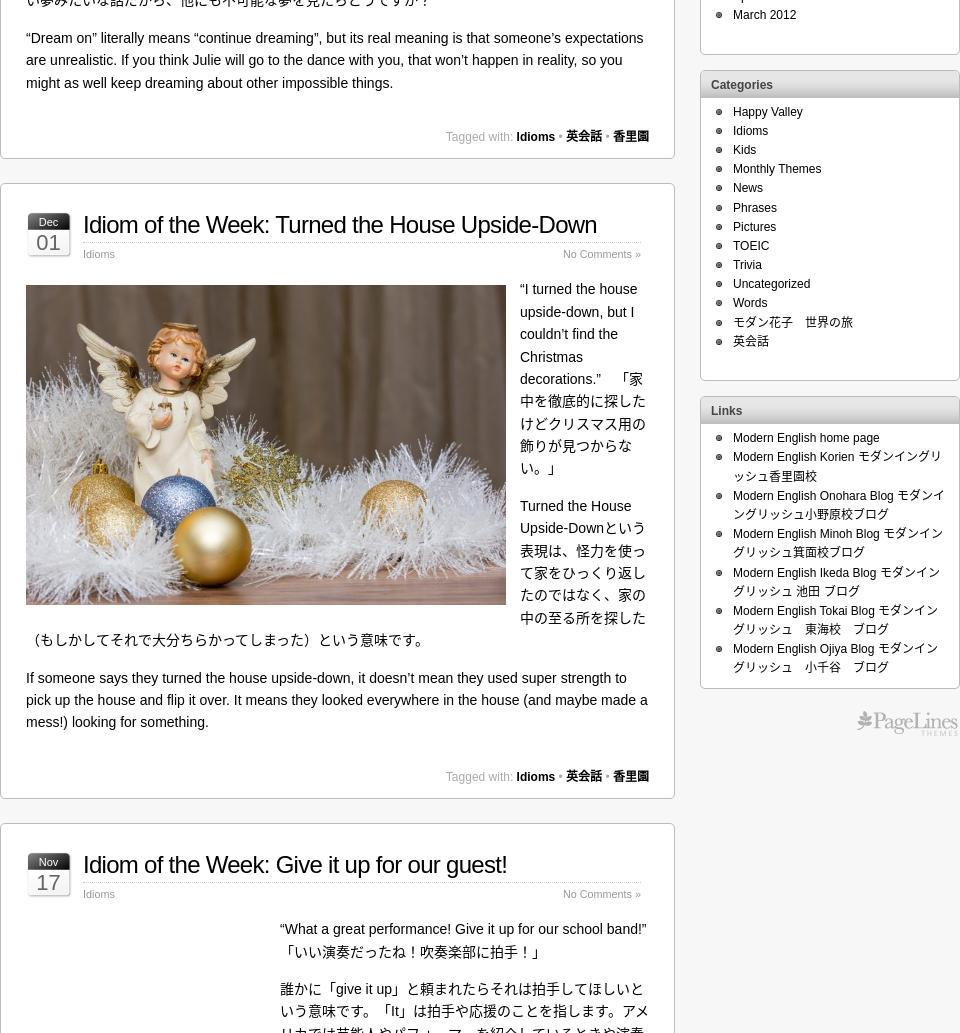 This screenshot has width=960, height=1033. I want to click on 'Idiom of the Week: Give it up for our guest!', so click(294, 862).